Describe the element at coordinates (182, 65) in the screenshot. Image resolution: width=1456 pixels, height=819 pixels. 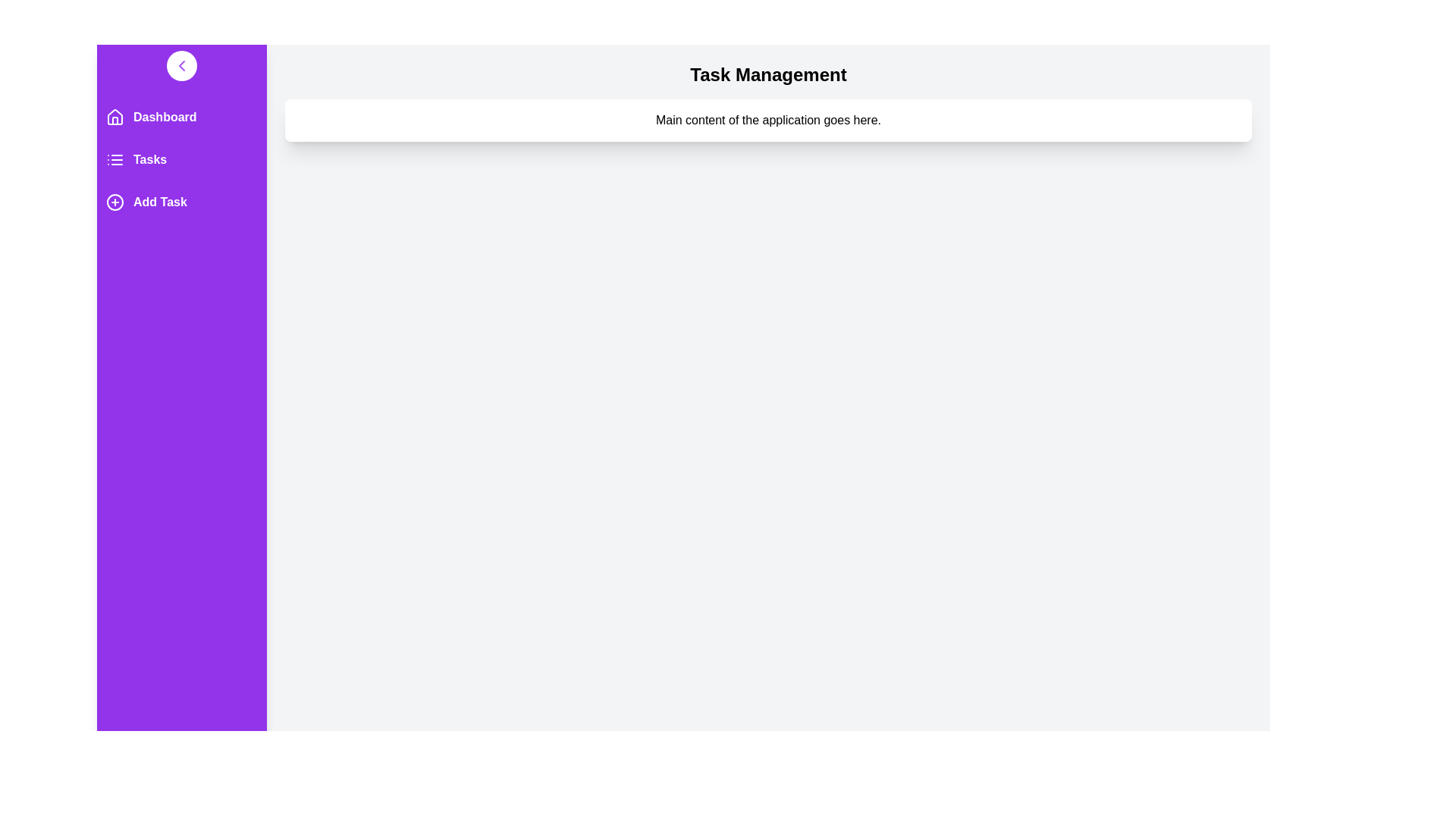
I see `toggle button to change the sidebar's state` at that location.